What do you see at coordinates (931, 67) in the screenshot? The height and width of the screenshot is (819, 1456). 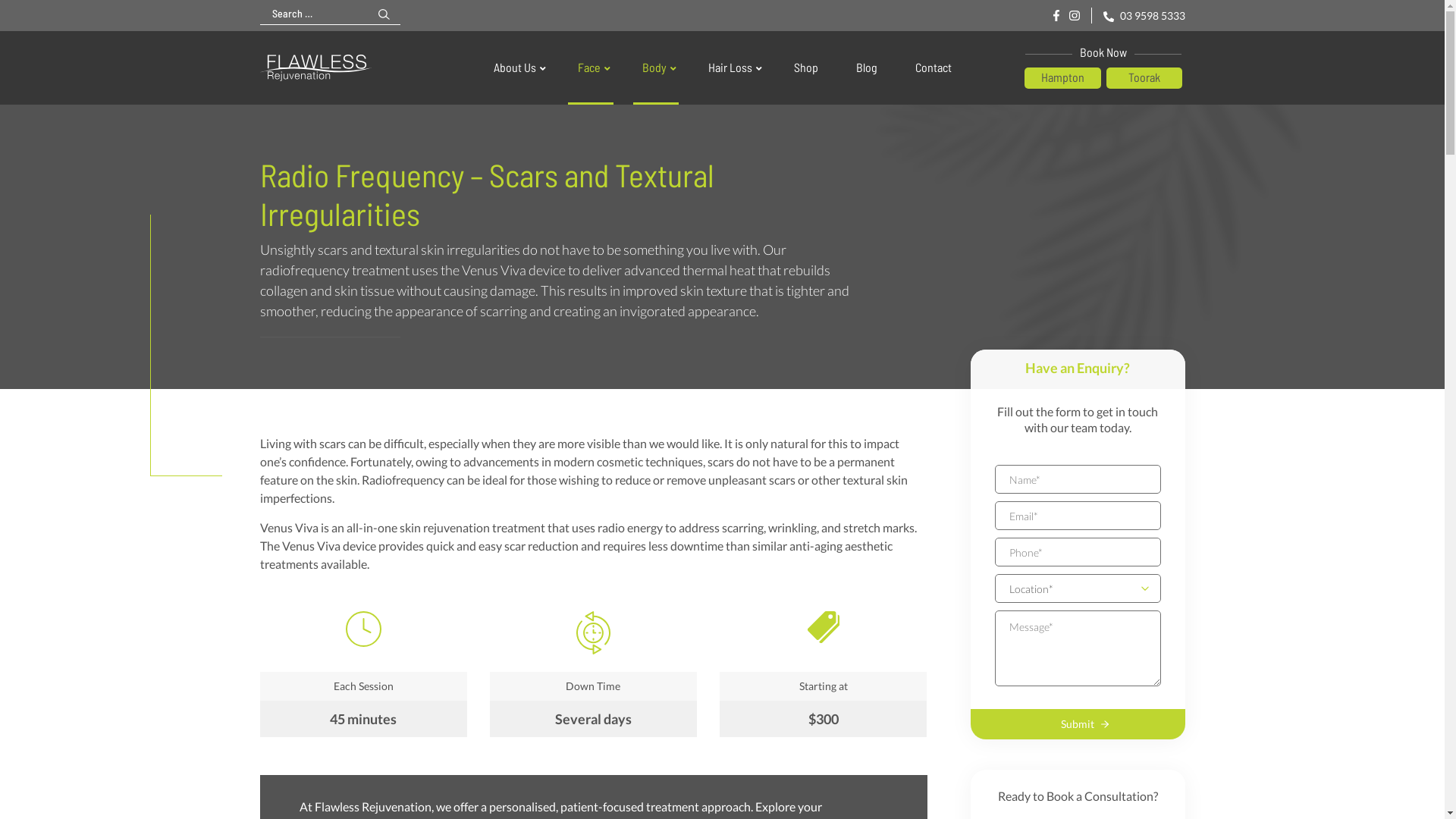 I see `'Contact'` at bounding box center [931, 67].